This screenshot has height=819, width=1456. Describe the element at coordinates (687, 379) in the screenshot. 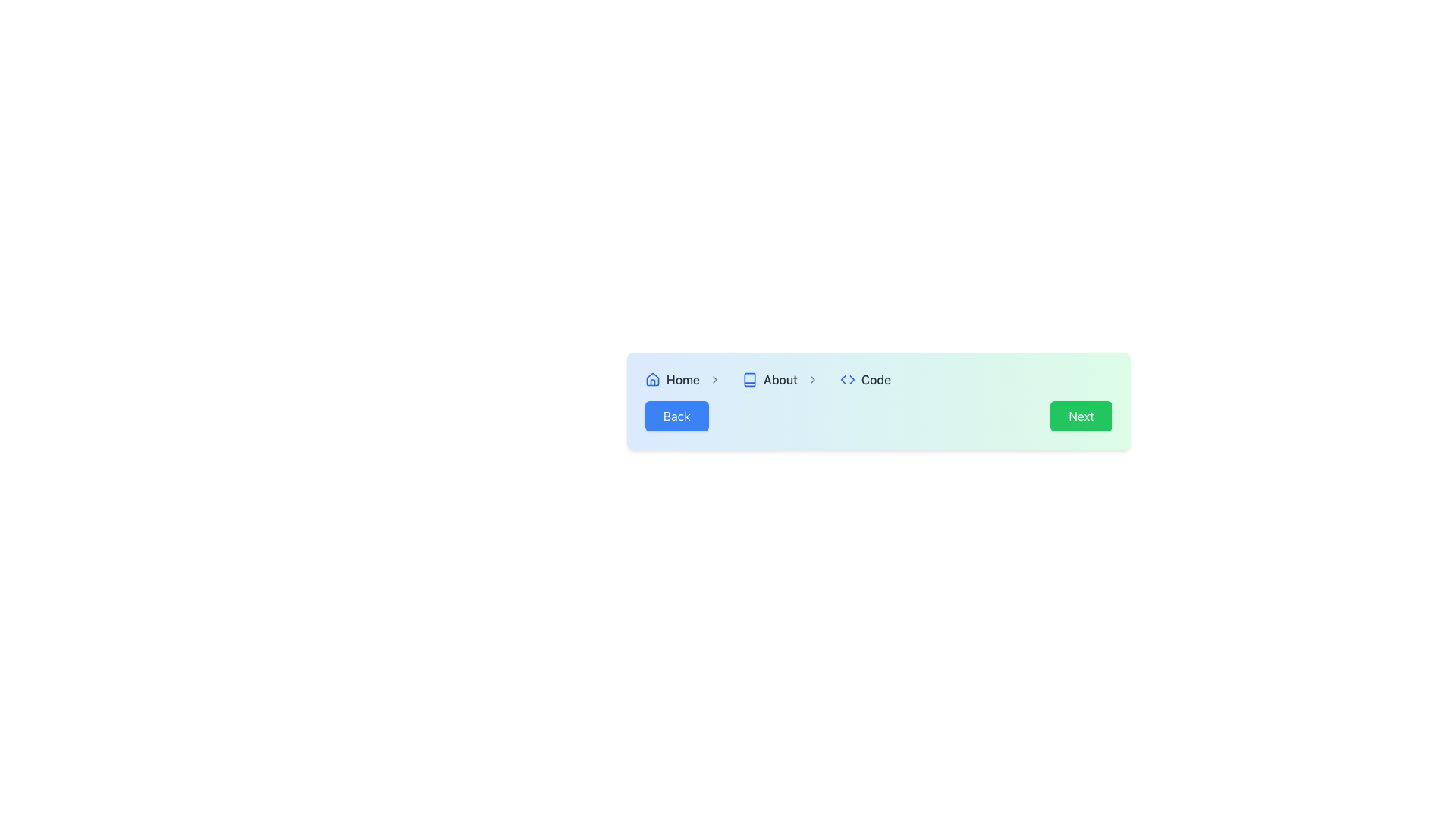

I see `the 'Home' breadcrumb link, which is the first item in the breadcrumb navigation bar` at that location.